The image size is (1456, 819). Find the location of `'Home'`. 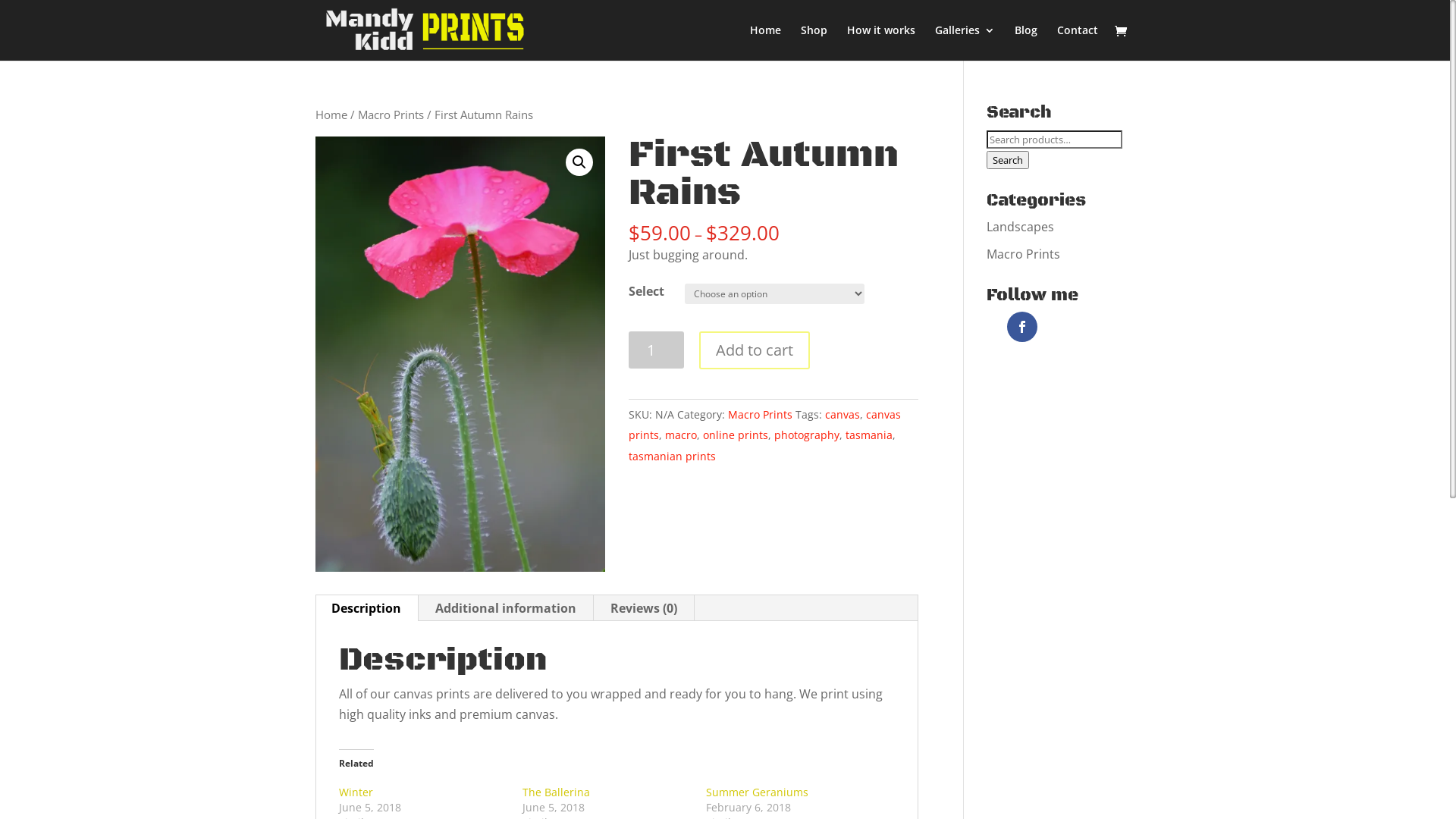

'Home' is located at coordinates (330, 113).